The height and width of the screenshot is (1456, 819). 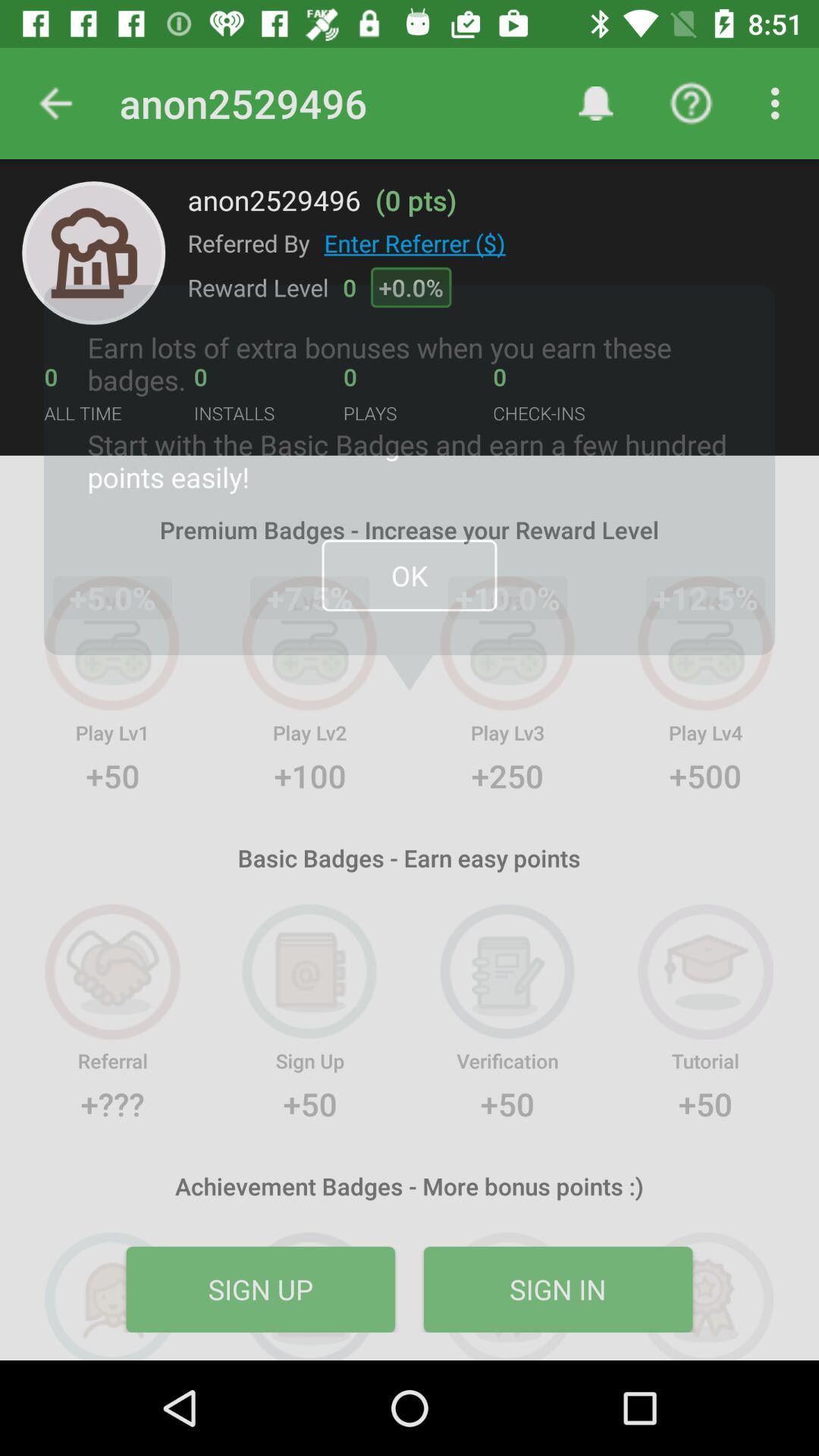 What do you see at coordinates (93, 253) in the screenshot?
I see `check image` at bounding box center [93, 253].